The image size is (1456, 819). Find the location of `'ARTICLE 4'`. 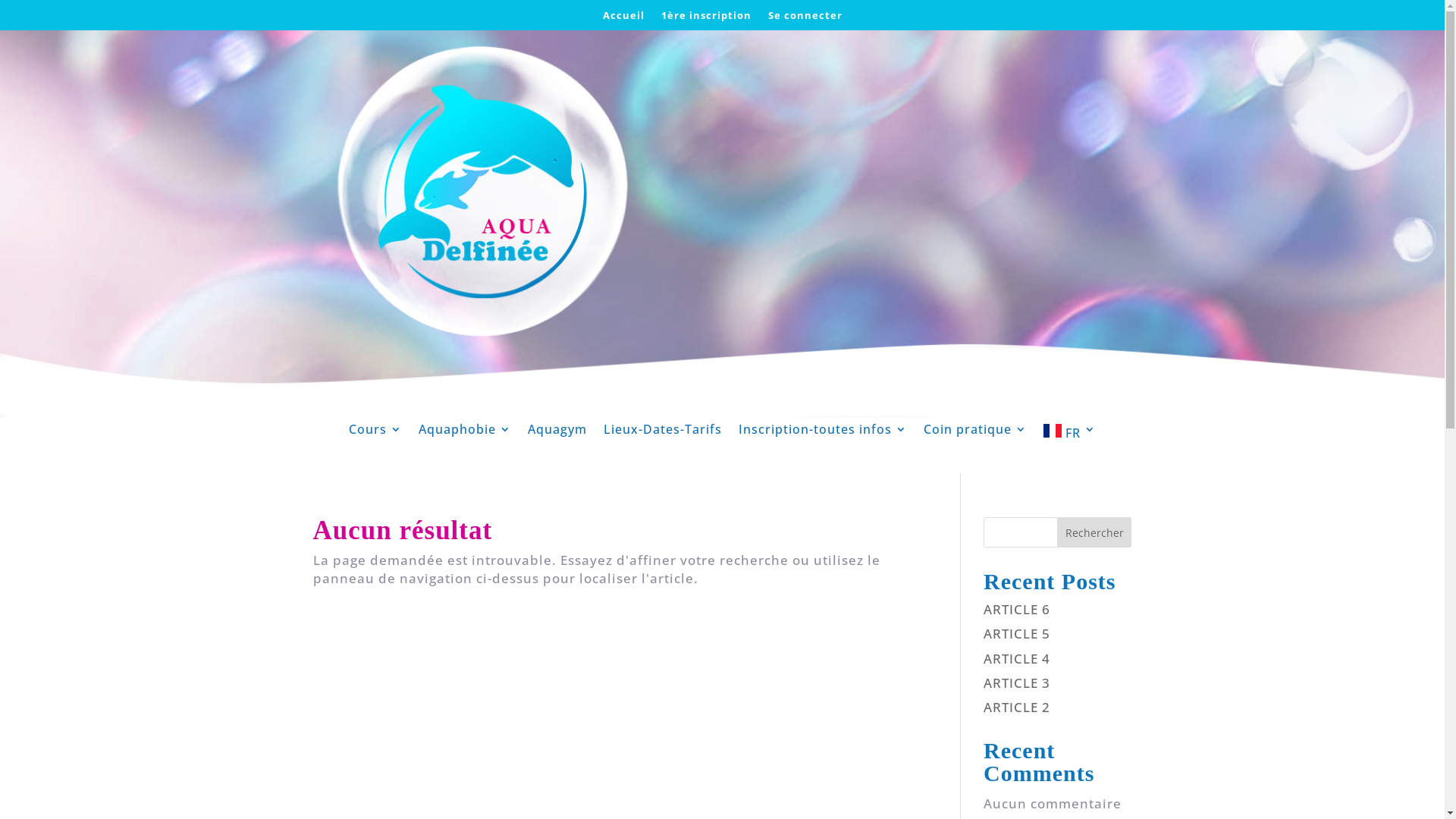

'ARTICLE 4' is located at coordinates (1016, 657).